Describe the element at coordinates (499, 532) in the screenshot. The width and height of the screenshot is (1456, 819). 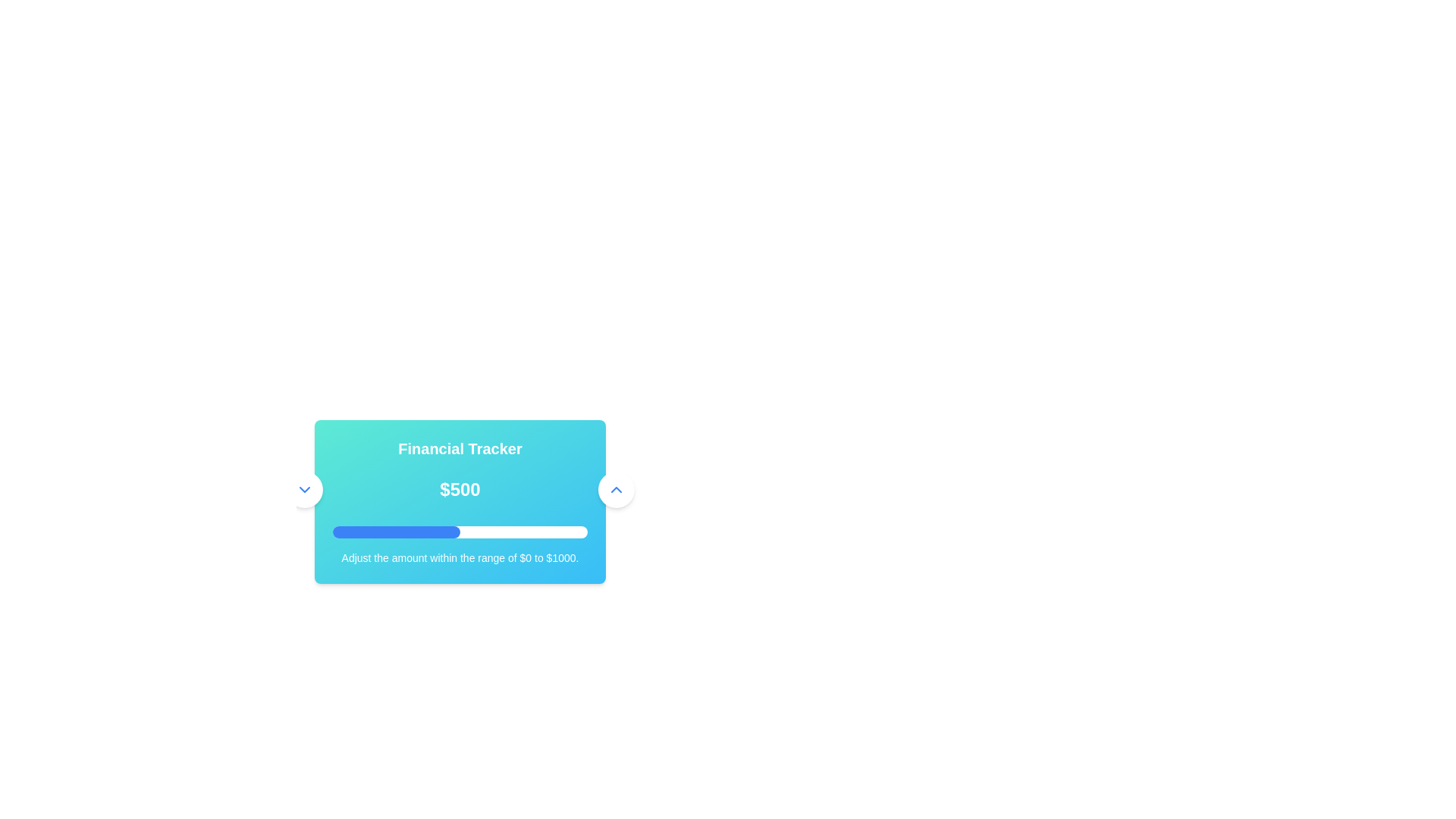
I see `the slider` at that location.